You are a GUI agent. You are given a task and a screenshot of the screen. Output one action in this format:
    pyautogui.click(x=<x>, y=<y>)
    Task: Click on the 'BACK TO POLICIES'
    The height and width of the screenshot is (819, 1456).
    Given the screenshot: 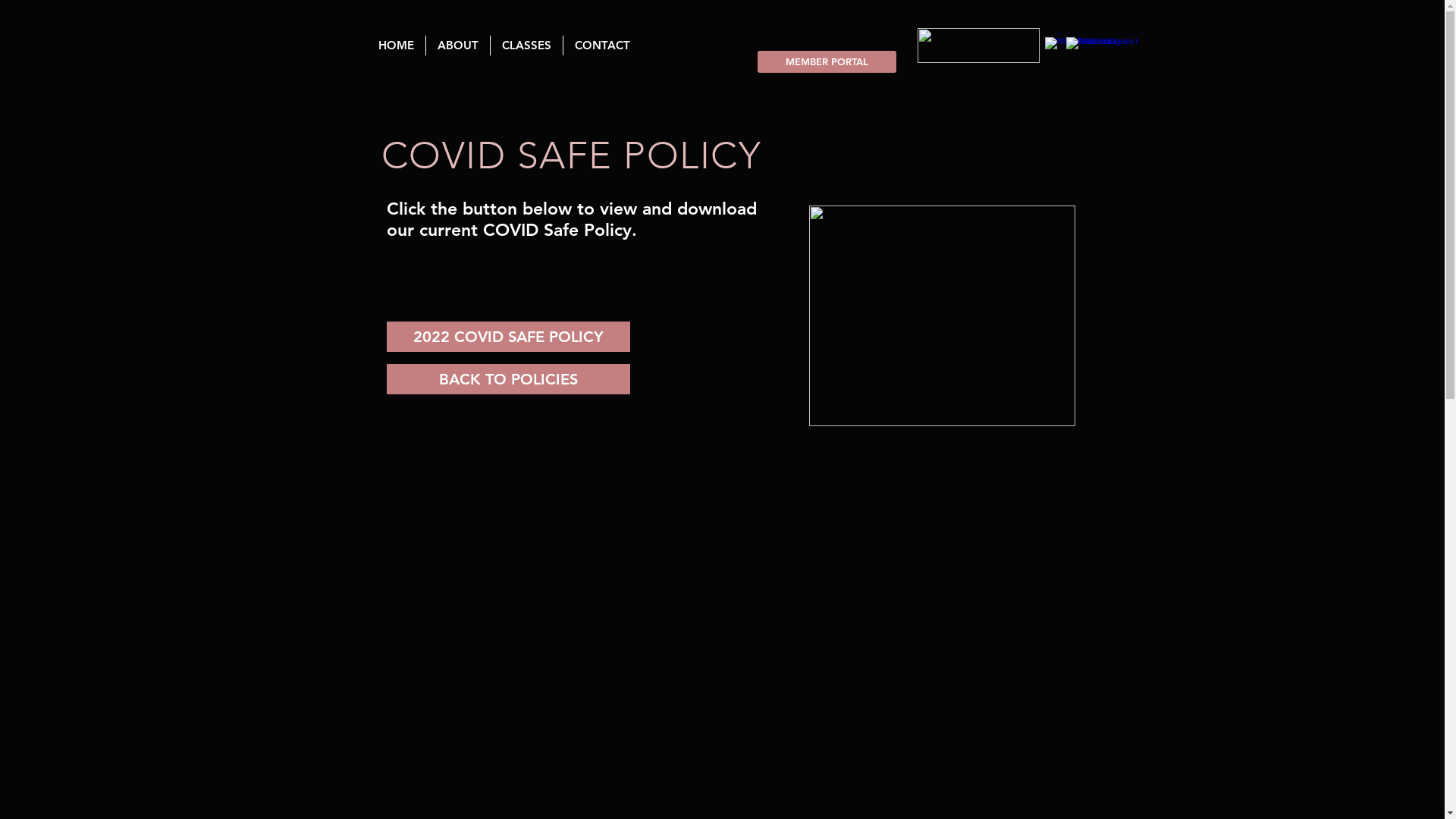 What is the action you would take?
    pyautogui.click(x=508, y=378)
    